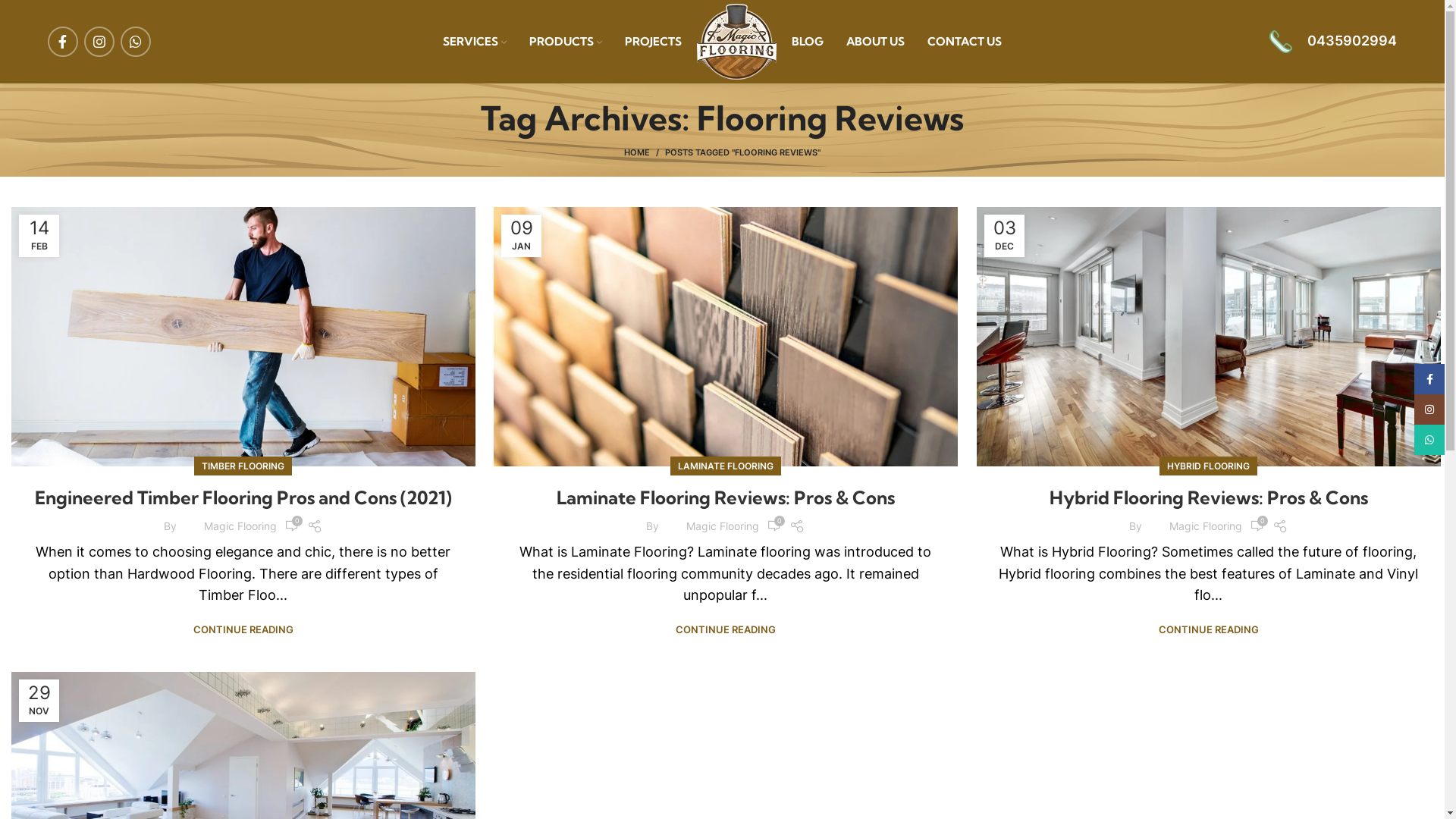 The image size is (1456, 819). I want to click on 'ABOUT US', so click(875, 40).